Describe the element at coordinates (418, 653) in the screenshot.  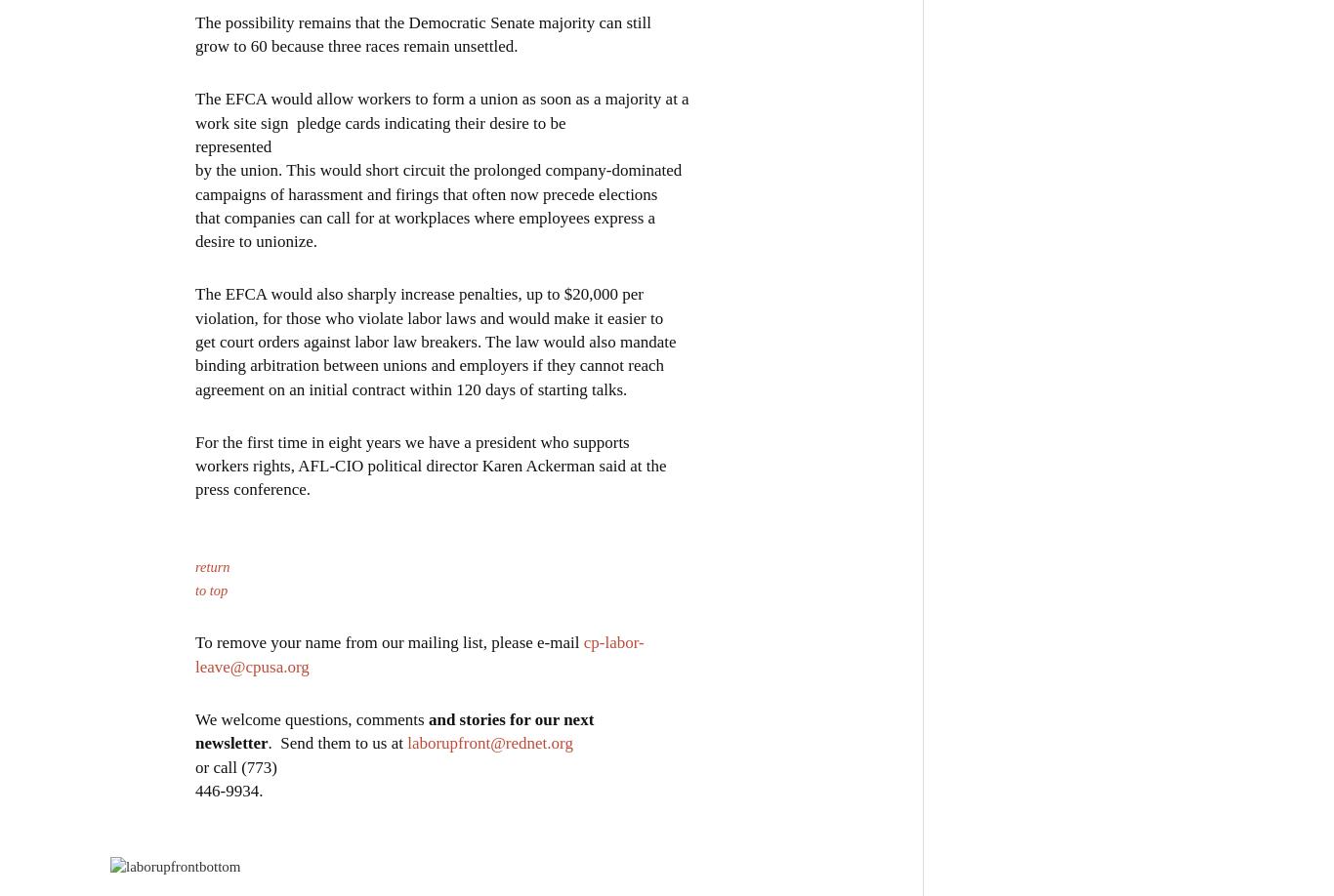
I see `'cp-labor-leave@cpusa.org'` at that location.